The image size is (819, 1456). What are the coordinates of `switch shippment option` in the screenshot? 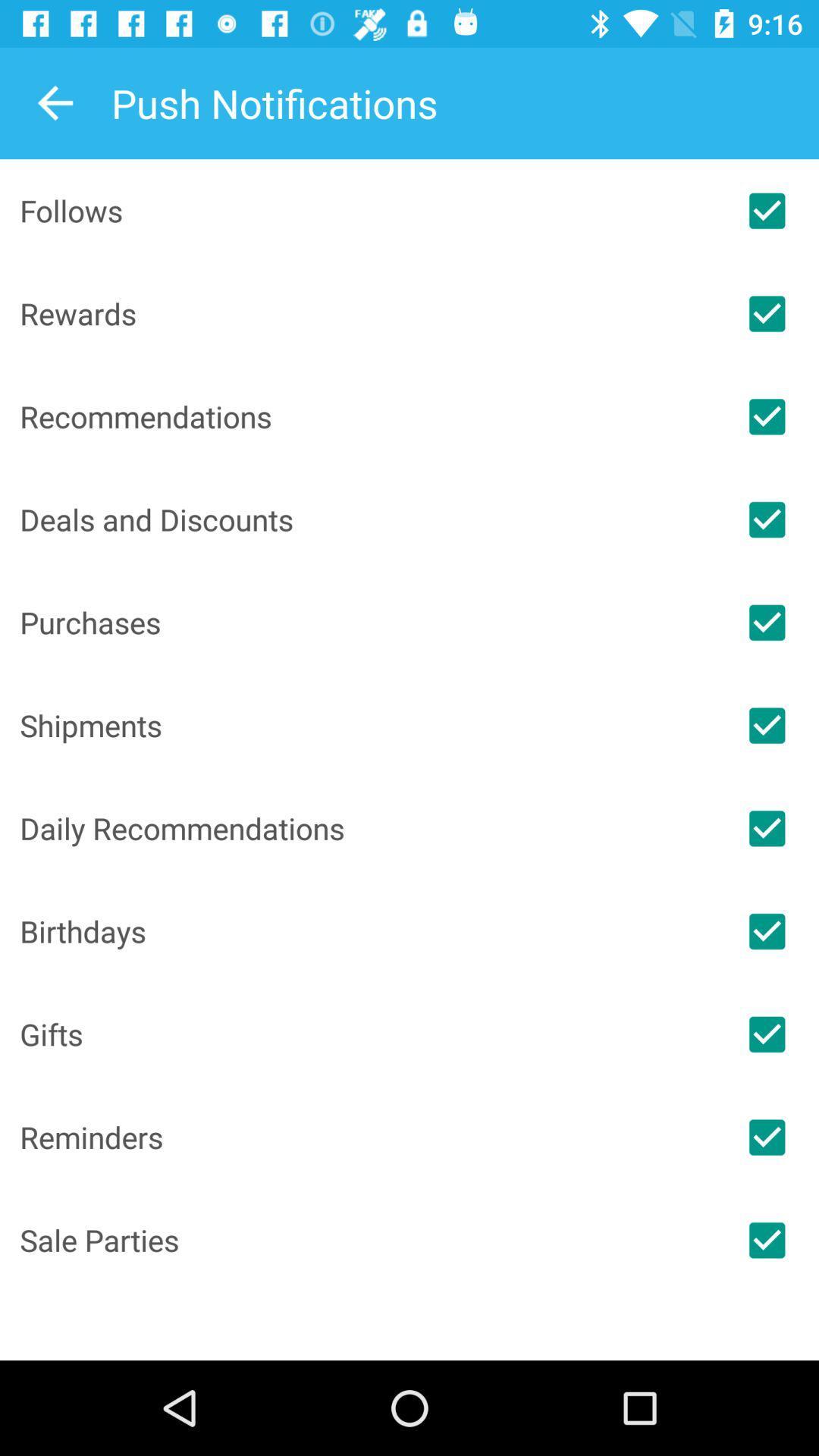 It's located at (767, 724).